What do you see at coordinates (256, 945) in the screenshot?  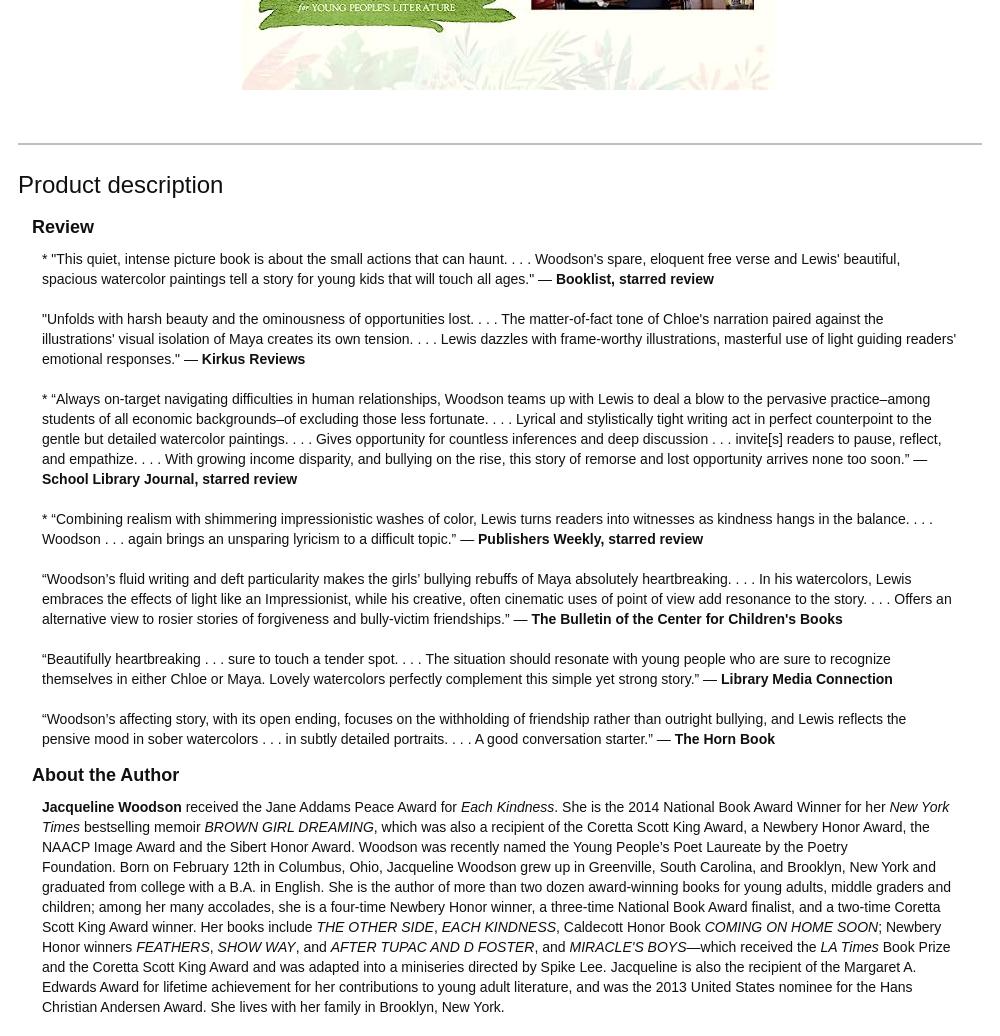 I see `'SHOW WAY'` at bounding box center [256, 945].